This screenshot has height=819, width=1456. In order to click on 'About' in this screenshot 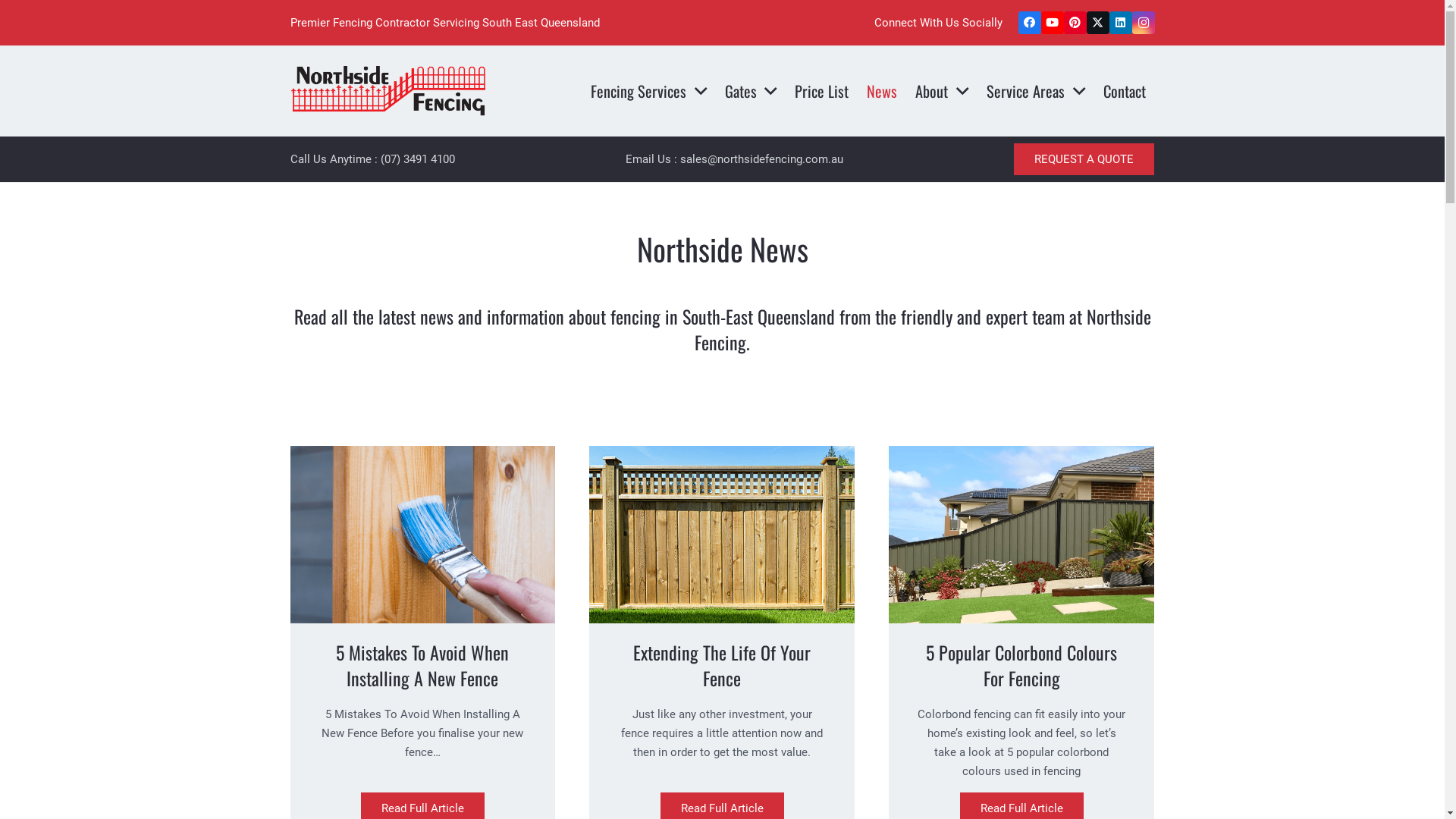, I will do `click(941, 90)`.